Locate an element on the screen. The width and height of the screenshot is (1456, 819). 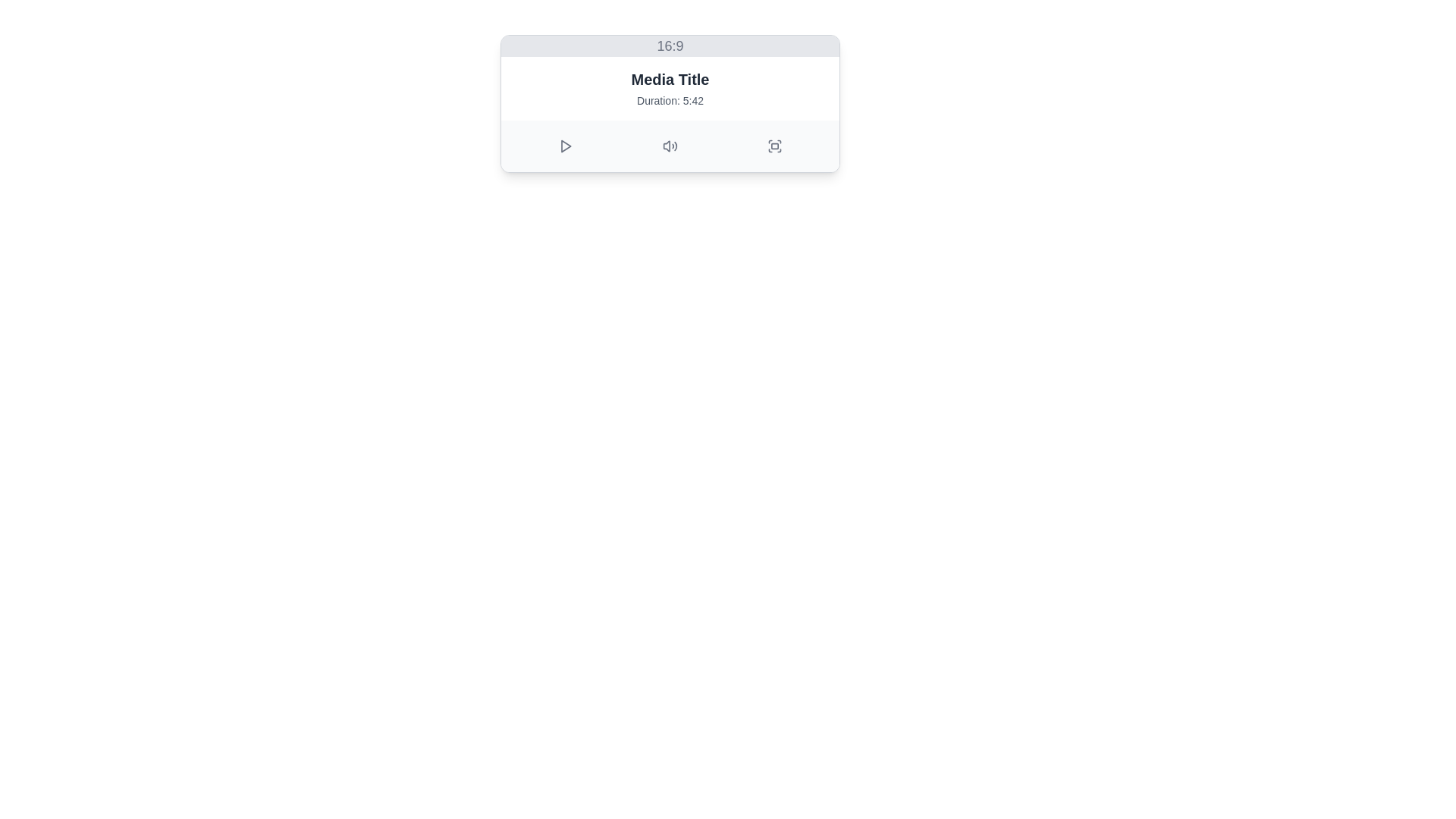
the text label displaying '16:9' in gray font located at the top center of the media-related card component is located at coordinates (669, 45).